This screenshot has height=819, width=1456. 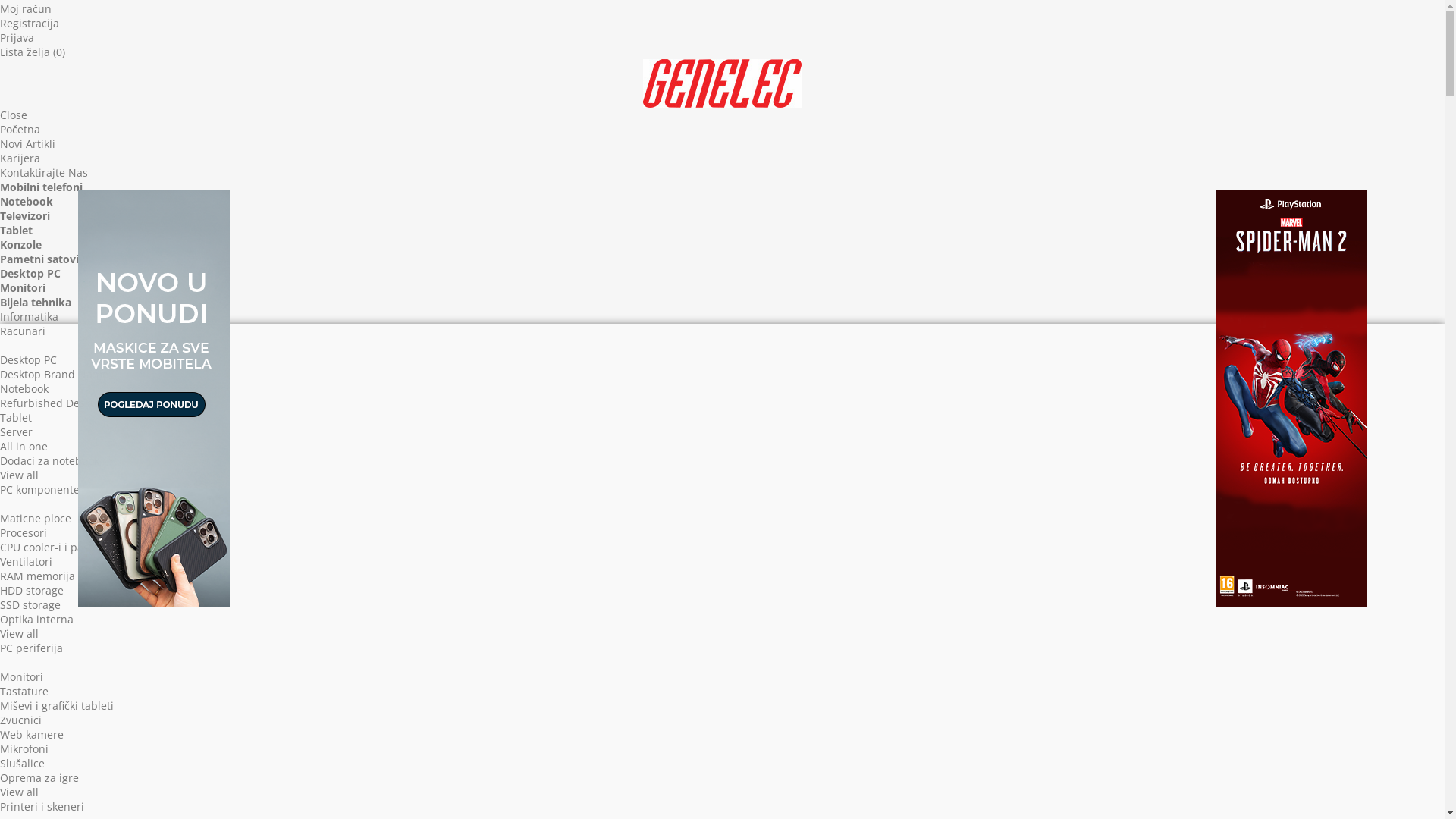 What do you see at coordinates (39, 489) in the screenshot?
I see `'PC komponente'` at bounding box center [39, 489].